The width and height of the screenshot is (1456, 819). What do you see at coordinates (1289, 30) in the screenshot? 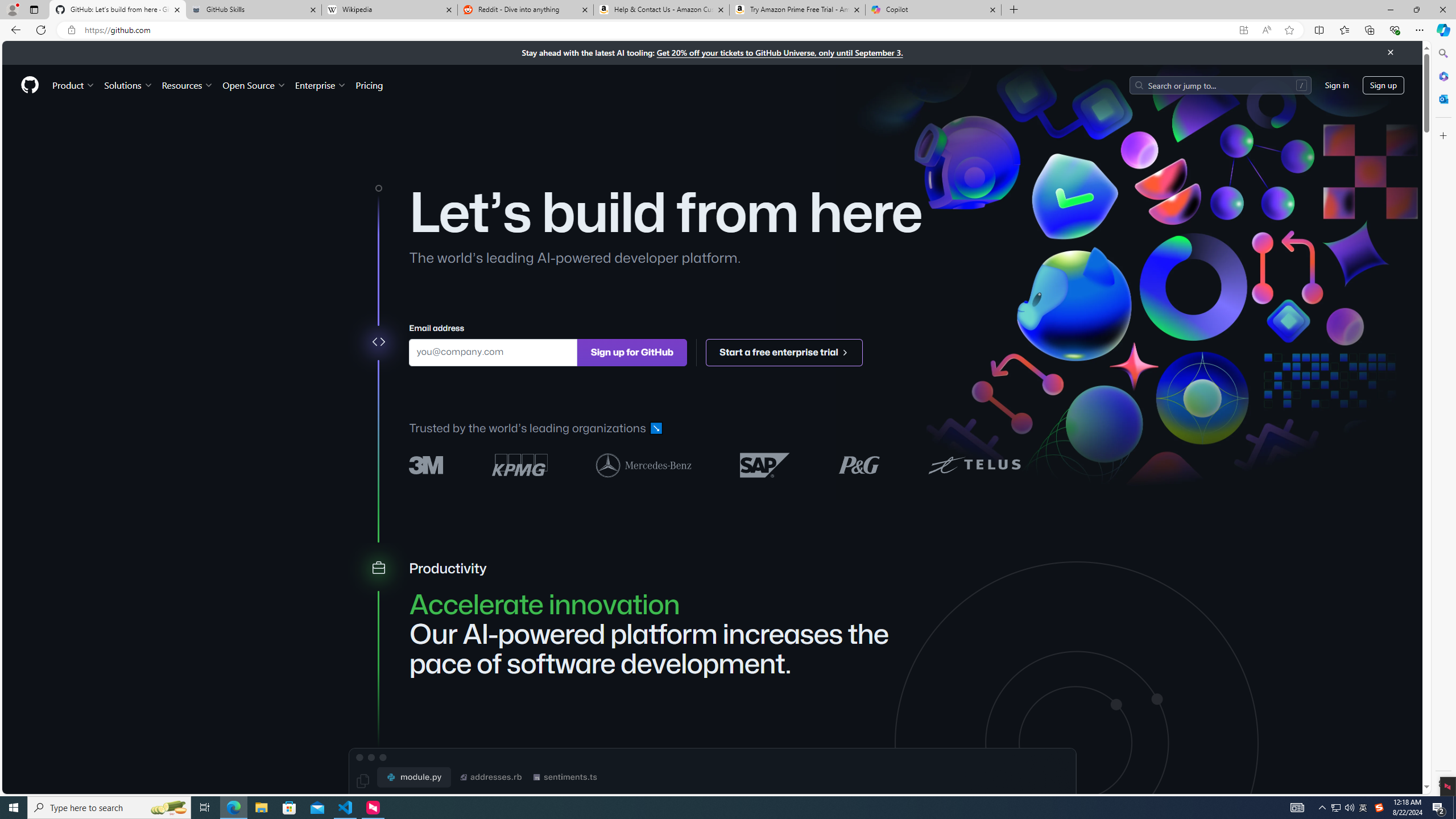
I see `'Add this page to favorites (Ctrl+D)'` at bounding box center [1289, 30].